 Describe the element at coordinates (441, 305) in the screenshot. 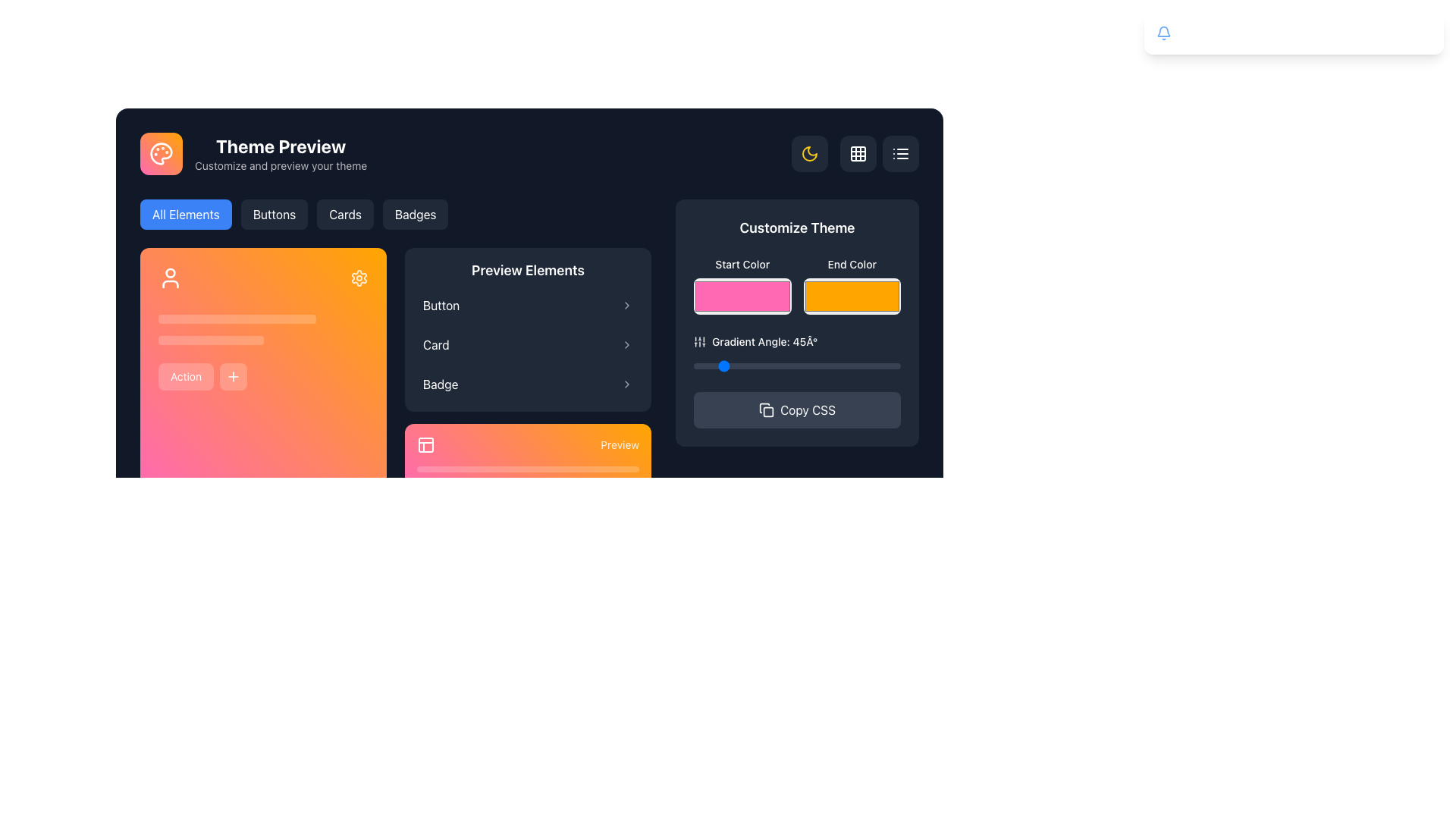

I see `the text label displaying 'Button' in white color, located under the 'Preview Elements' section` at that location.